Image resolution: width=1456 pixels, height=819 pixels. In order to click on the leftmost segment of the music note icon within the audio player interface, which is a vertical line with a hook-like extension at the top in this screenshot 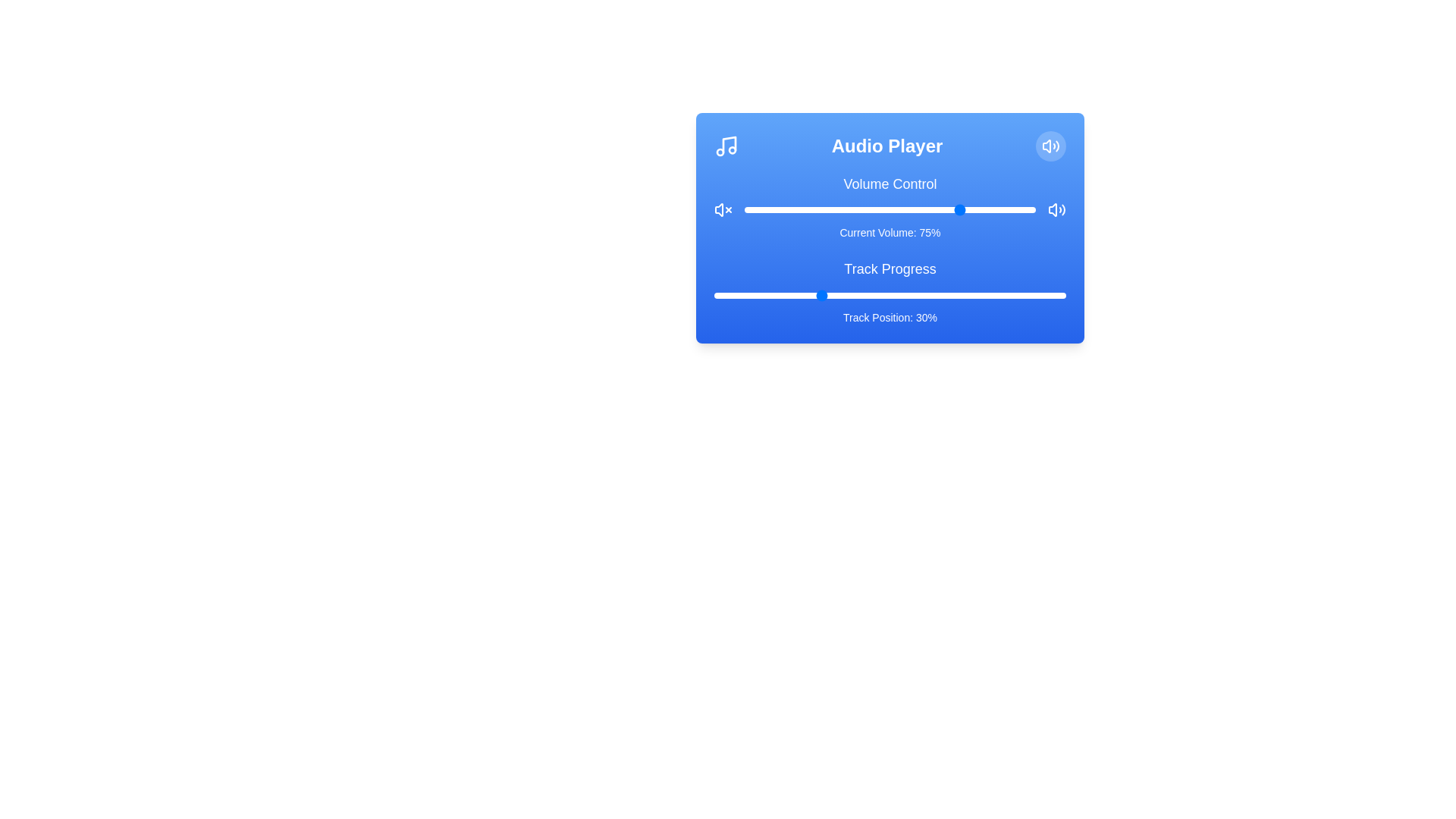, I will do `click(729, 145)`.